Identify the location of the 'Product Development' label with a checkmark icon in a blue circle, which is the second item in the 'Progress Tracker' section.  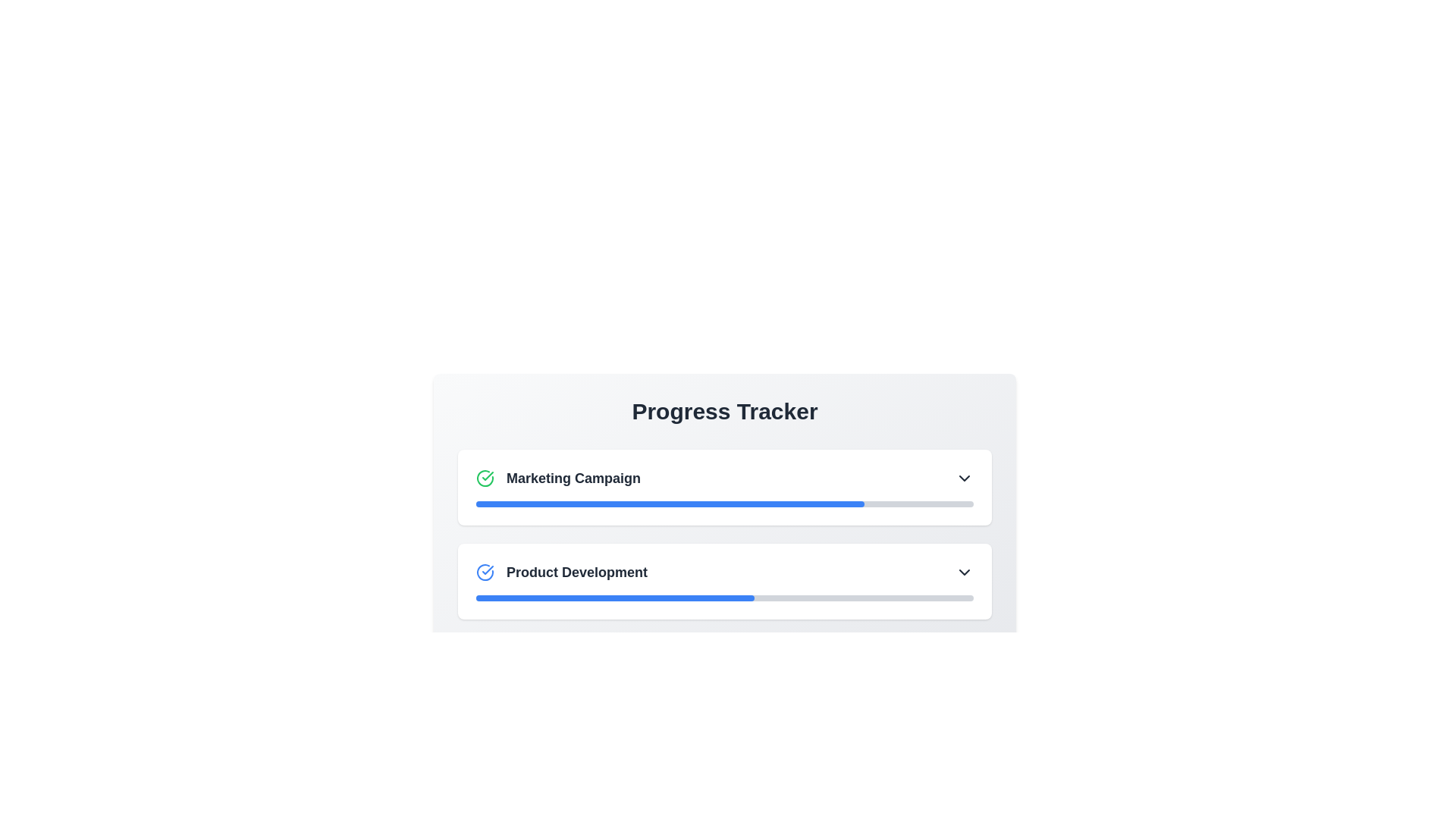
(560, 573).